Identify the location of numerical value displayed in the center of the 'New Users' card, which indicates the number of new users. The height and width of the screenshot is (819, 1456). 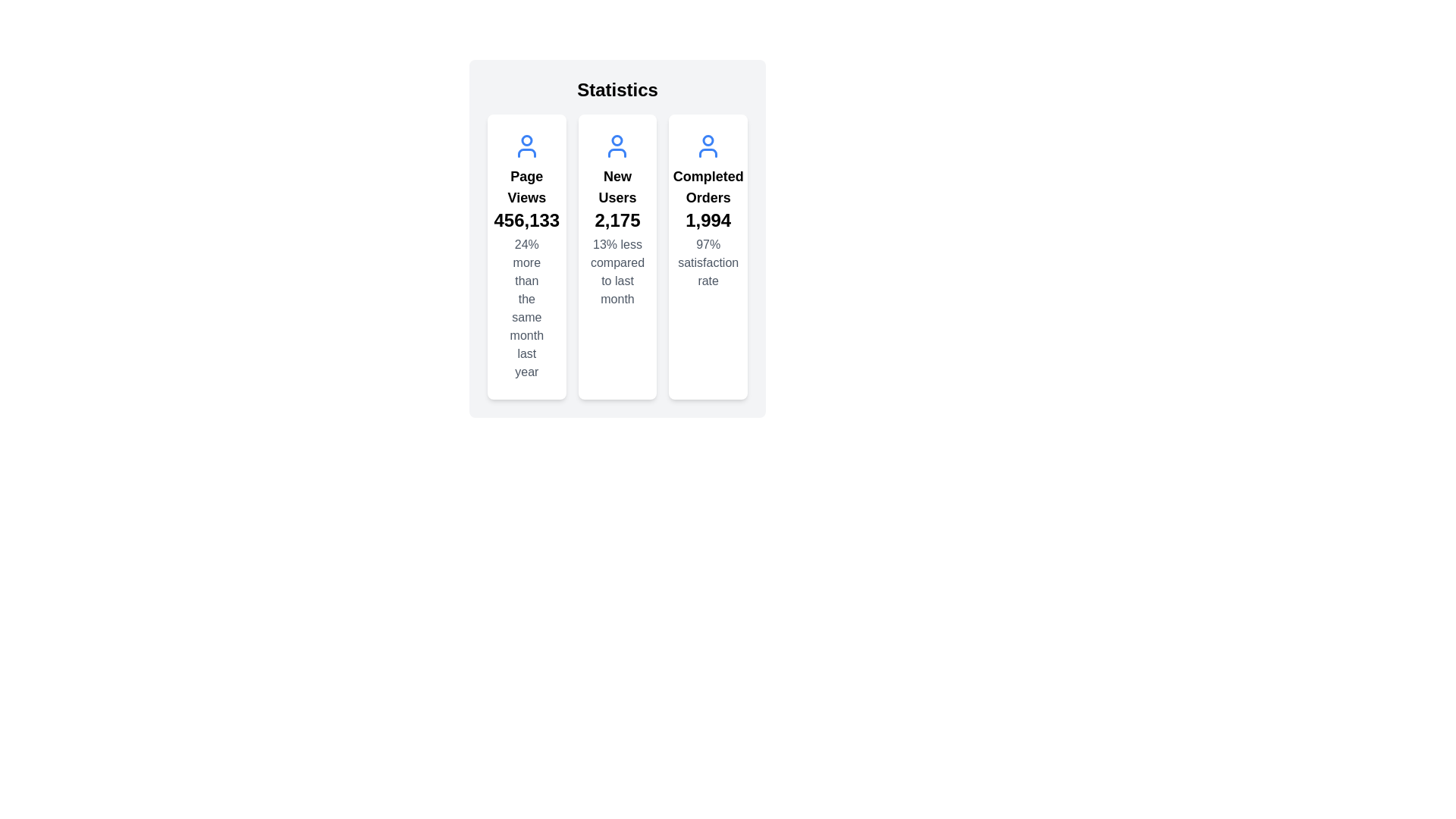
(617, 220).